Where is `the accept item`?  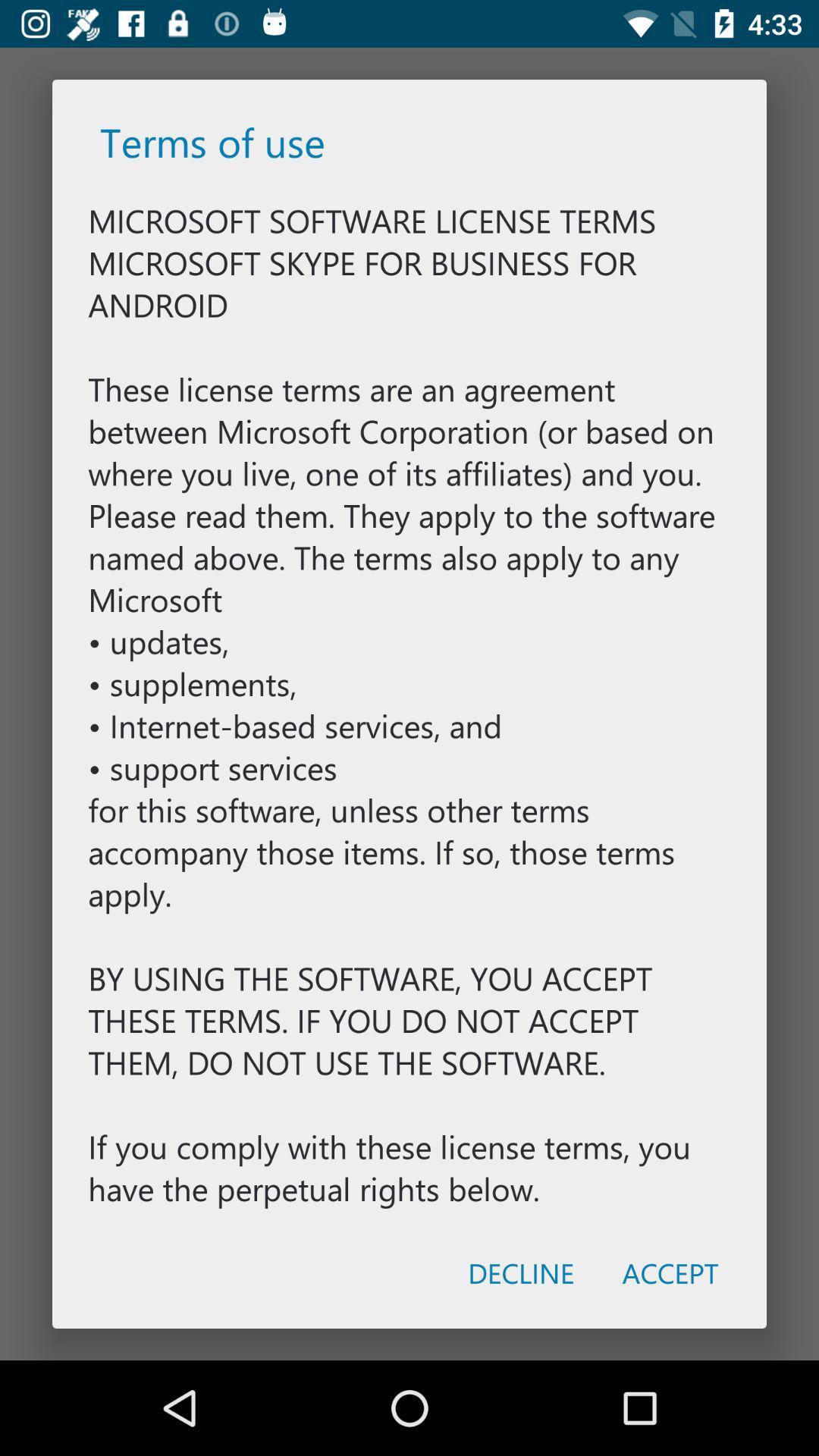
the accept item is located at coordinates (670, 1272).